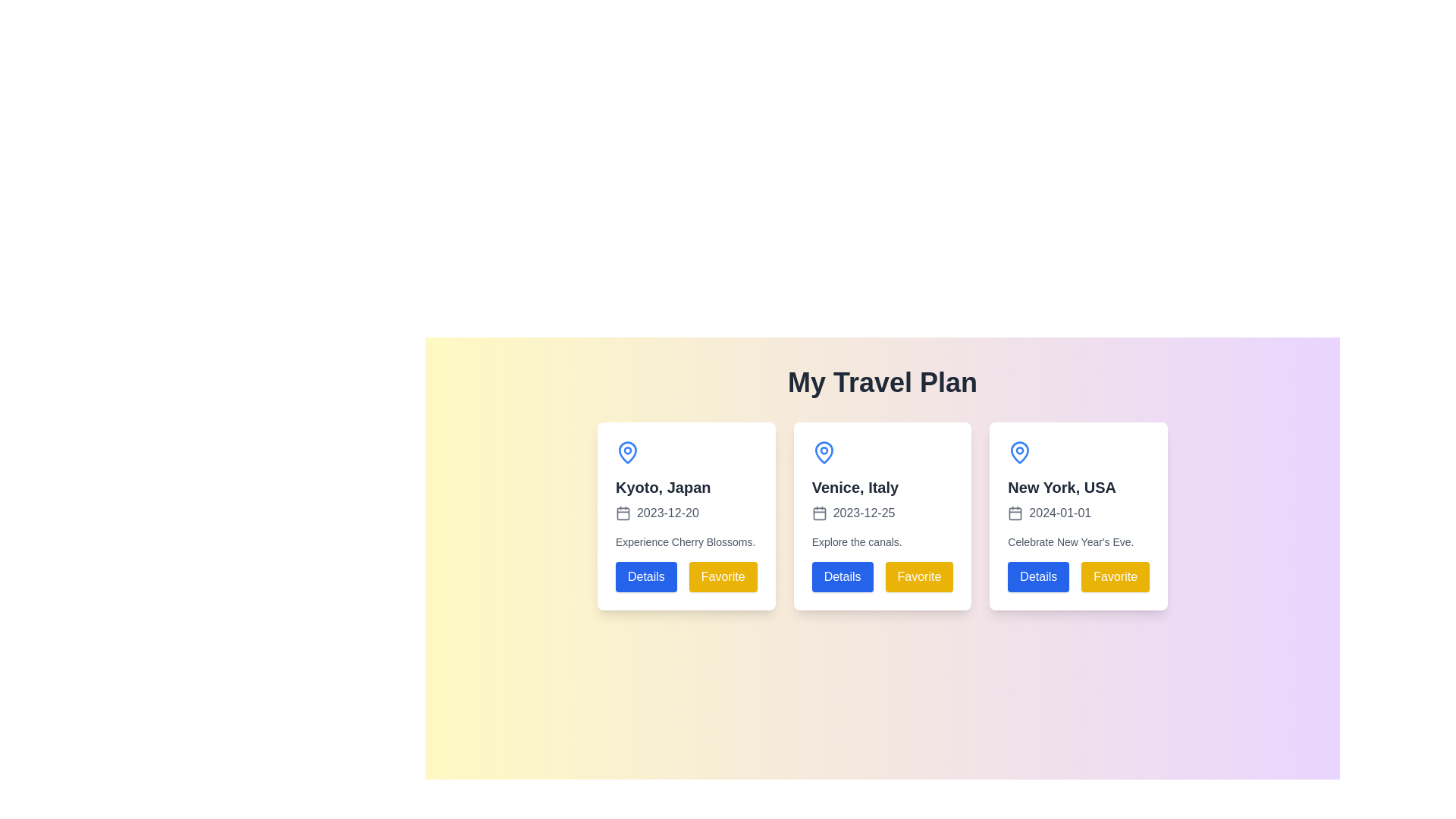 Image resolution: width=1456 pixels, height=819 pixels. What do you see at coordinates (685, 541) in the screenshot?
I see `the descriptive text element that provides information about the event 'Experience Cherry Blossoms' located in the 'Kyoto, Japan' card, positioned below the date text '2023-12-20'` at bounding box center [685, 541].